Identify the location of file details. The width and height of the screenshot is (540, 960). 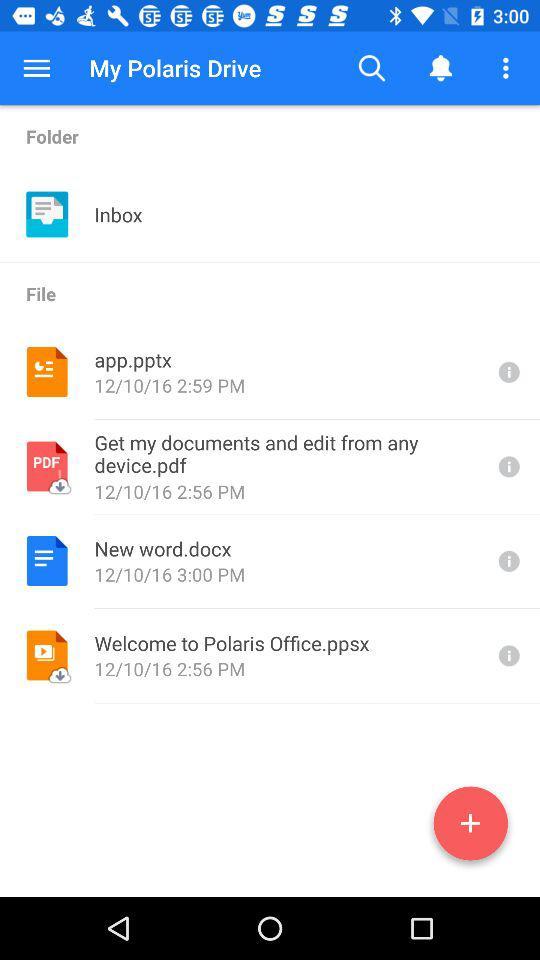
(507, 371).